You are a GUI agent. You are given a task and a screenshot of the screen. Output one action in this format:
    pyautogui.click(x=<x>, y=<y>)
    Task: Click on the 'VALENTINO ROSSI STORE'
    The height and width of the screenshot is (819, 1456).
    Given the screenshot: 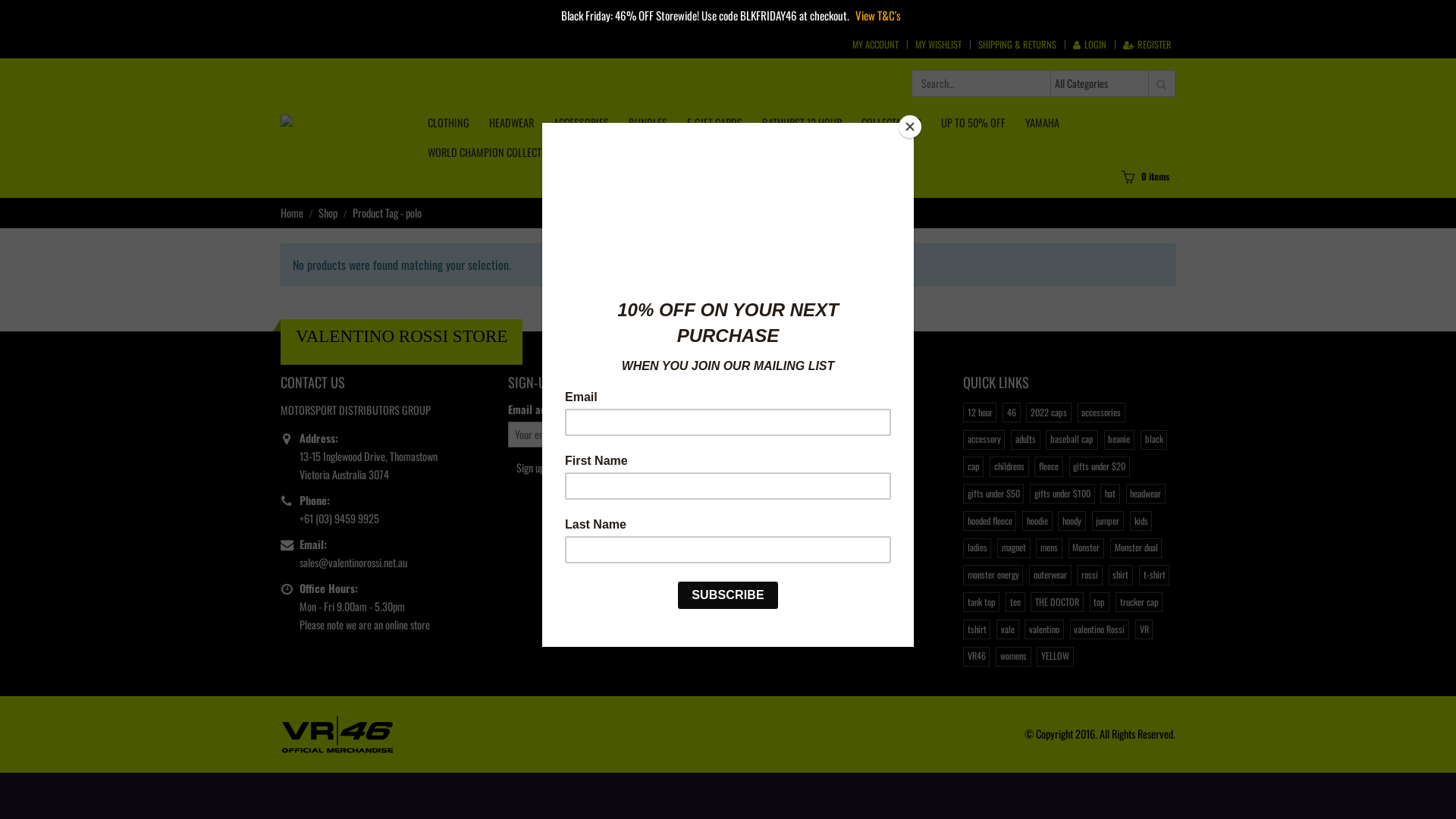 What is the action you would take?
    pyautogui.click(x=401, y=335)
    